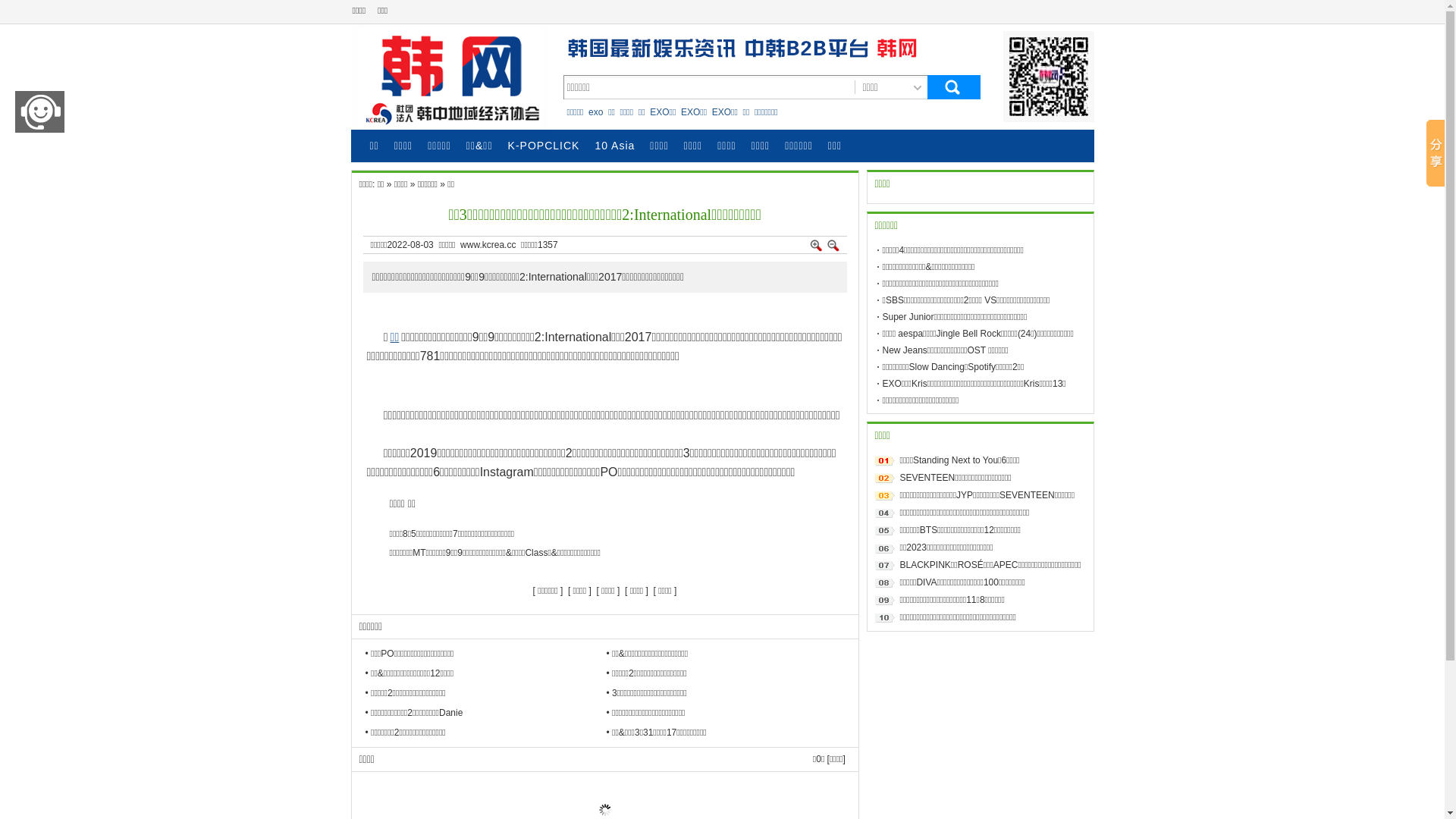 The width and height of the screenshot is (1456, 819). I want to click on 'K-POPCLICK', so click(544, 146).